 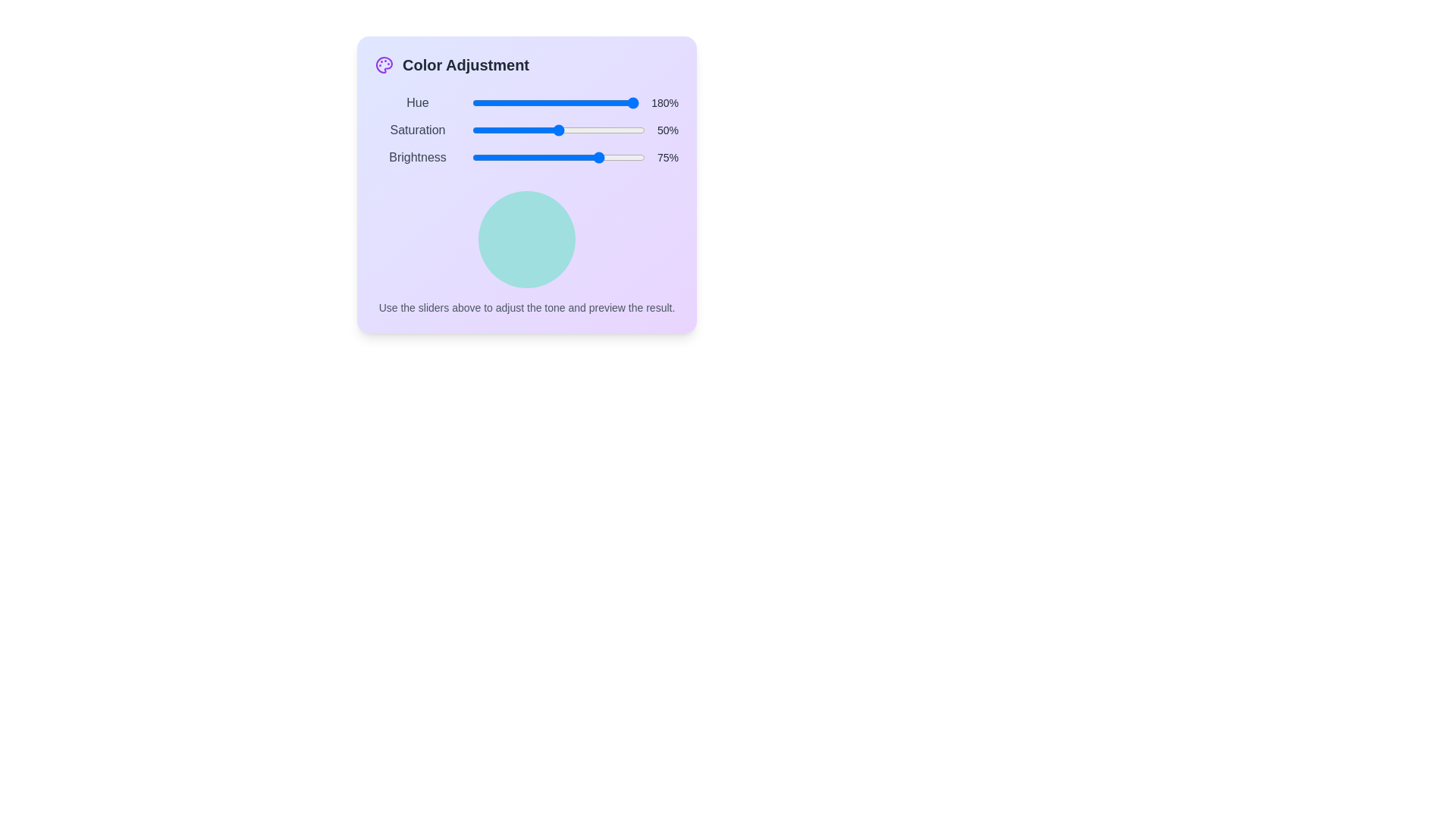 What do you see at coordinates (549, 130) in the screenshot?
I see `the 'Saturation' slider to 45% by dragging the slider` at bounding box center [549, 130].